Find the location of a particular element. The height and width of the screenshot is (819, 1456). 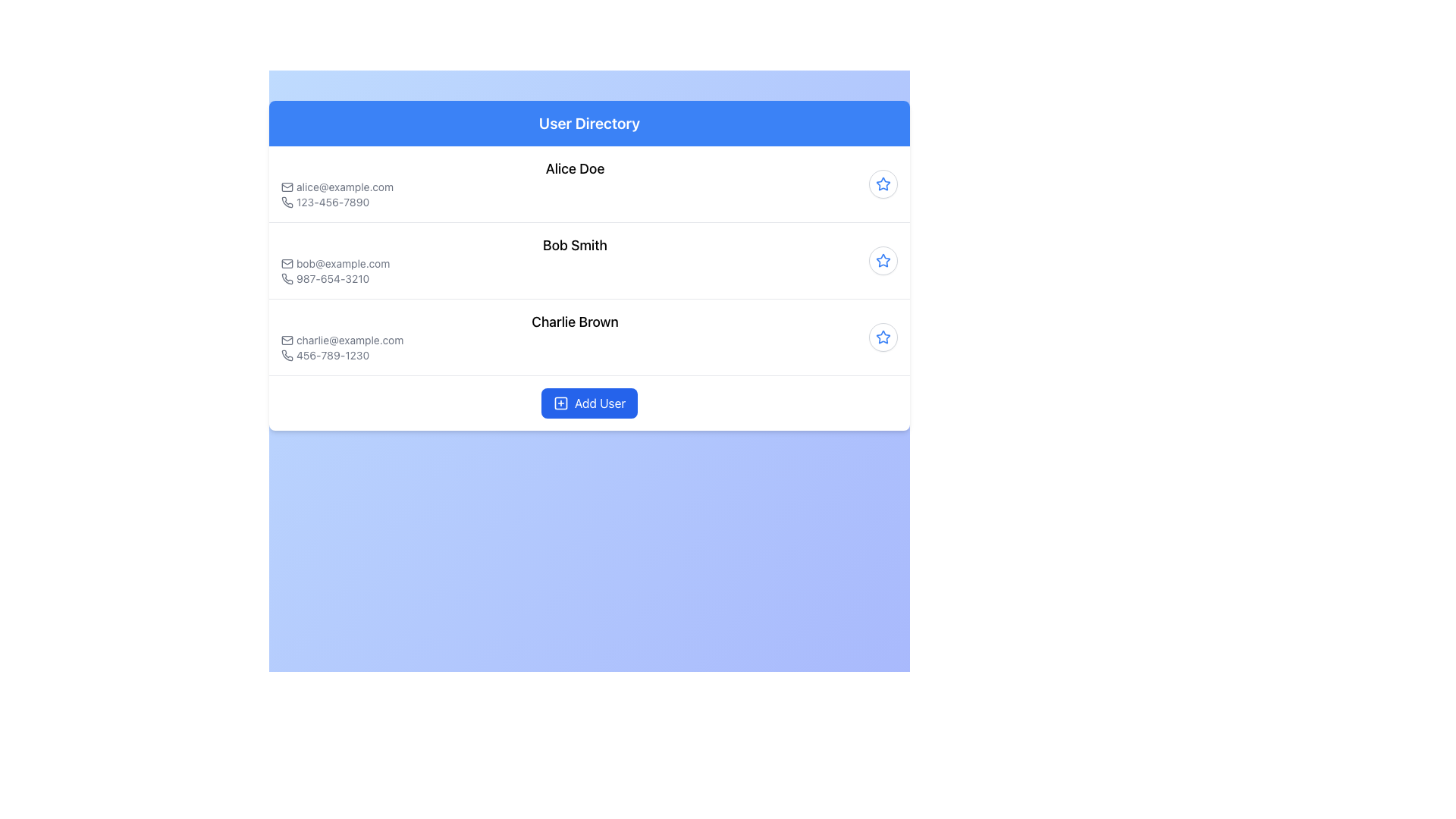

the small gray envelope icon located to the left of the email address 'charlie@example.com' in the user directory interface to interact with the email address is located at coordinates (287, 339).